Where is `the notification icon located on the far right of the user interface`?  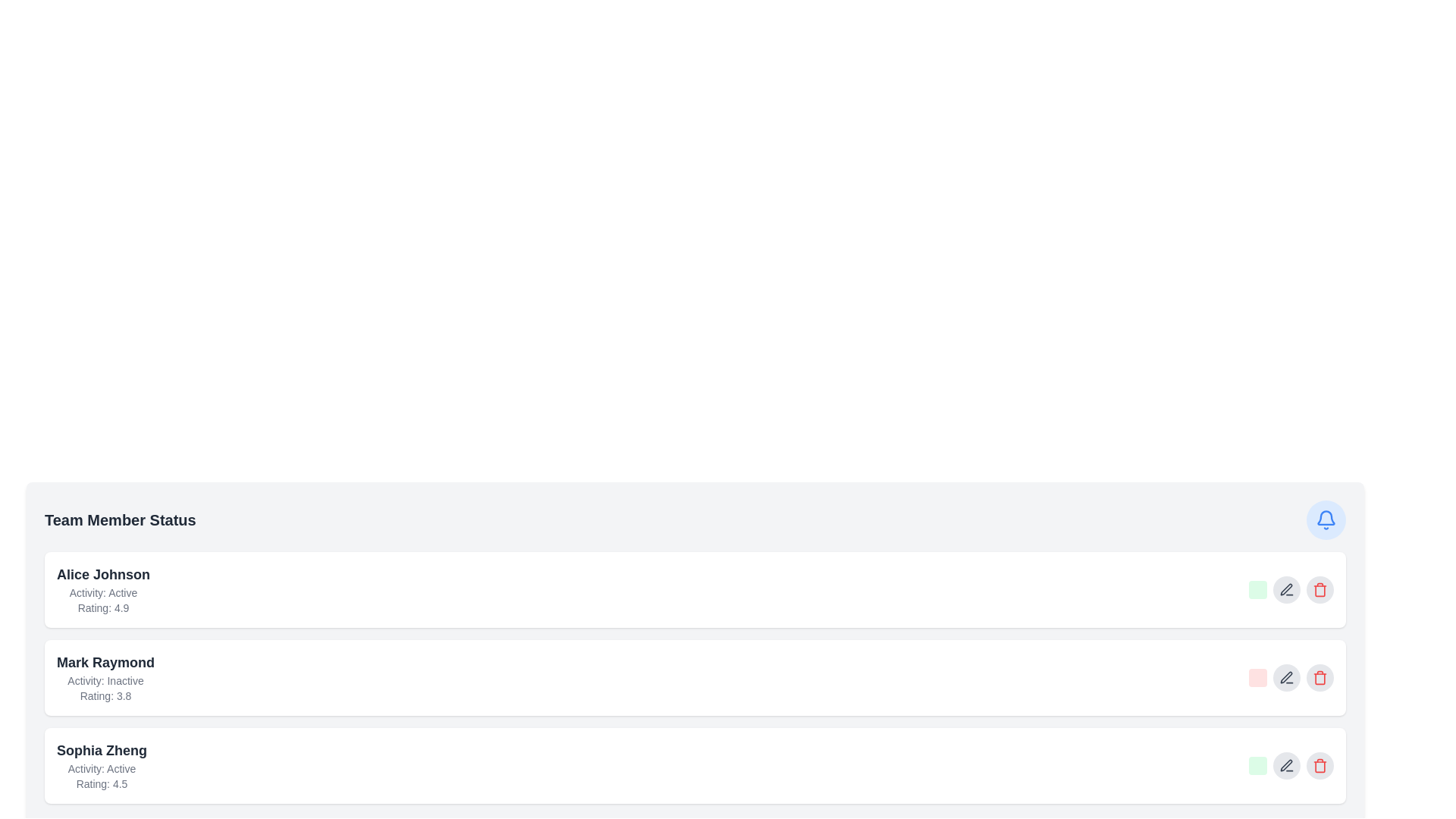 the notification icon located on the far right of the user interface is located at coordinates (1325, 517).